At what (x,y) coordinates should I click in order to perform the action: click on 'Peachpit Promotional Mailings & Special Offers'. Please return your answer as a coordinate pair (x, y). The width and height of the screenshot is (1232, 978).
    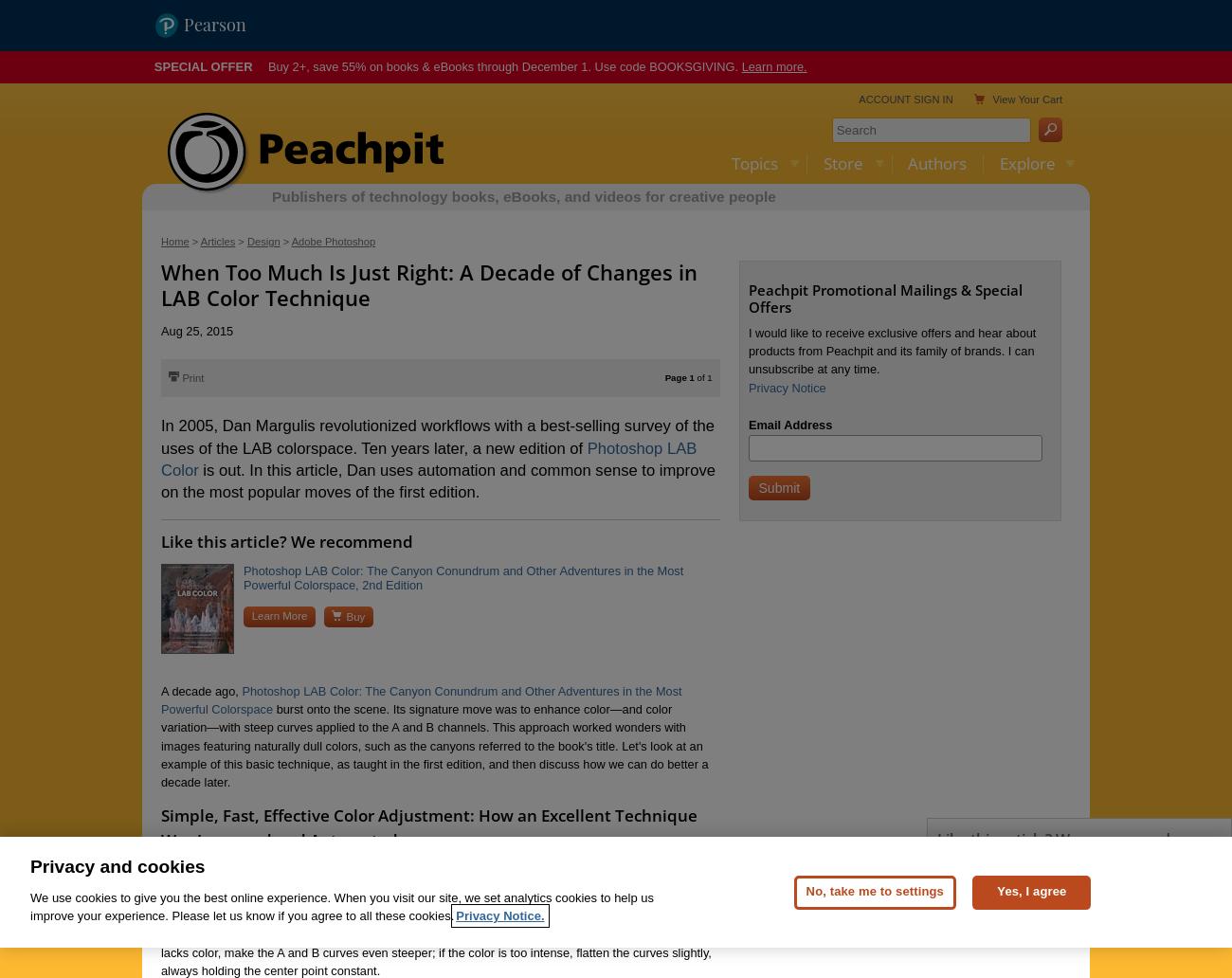
    Looking at the image, I should click on (884, 298).